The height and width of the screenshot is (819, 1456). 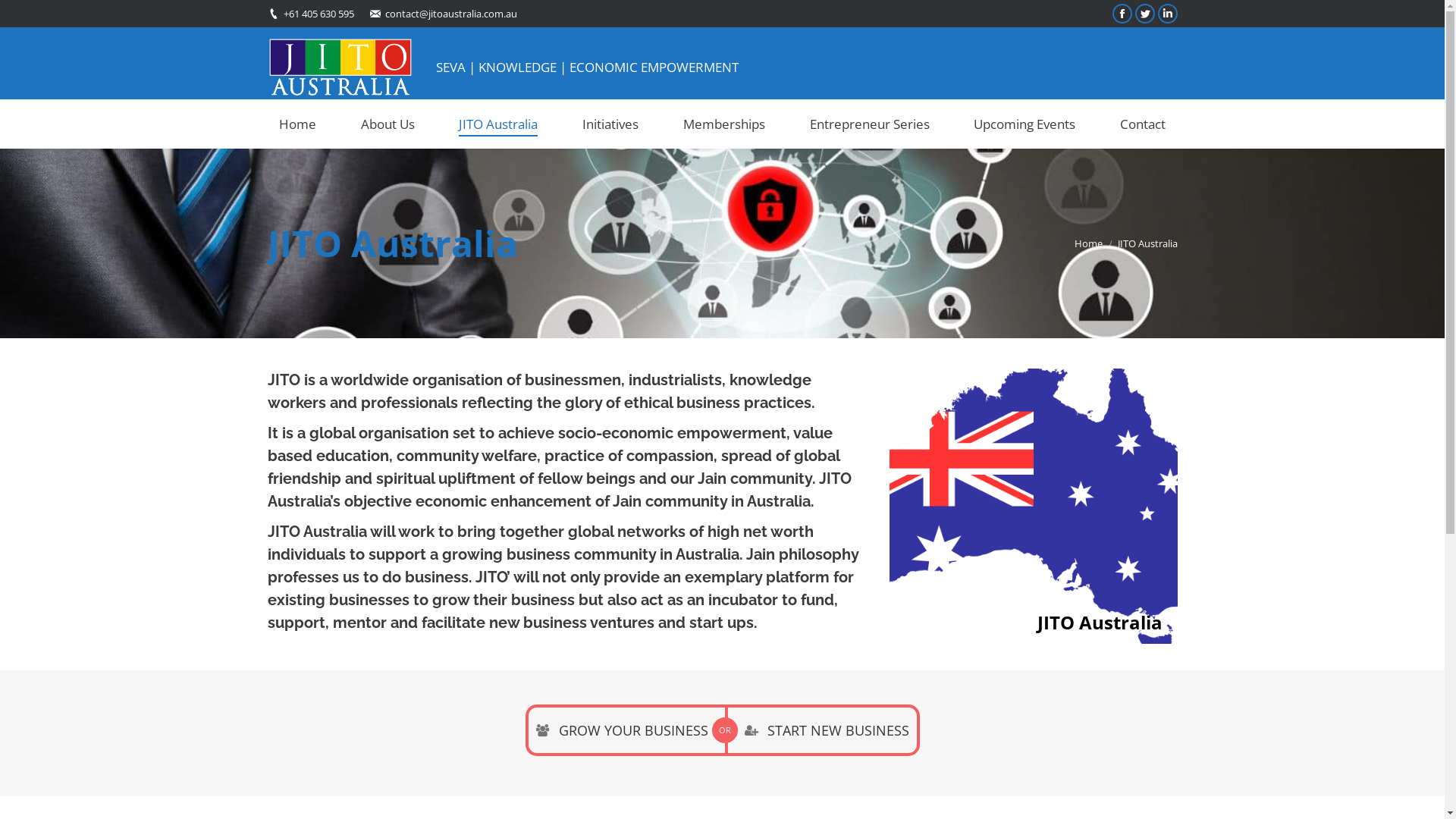 What do you see at coordinates (1144, 14) in the screenshot?
I see `'Twitter'` at bounding box center [1144, 14].